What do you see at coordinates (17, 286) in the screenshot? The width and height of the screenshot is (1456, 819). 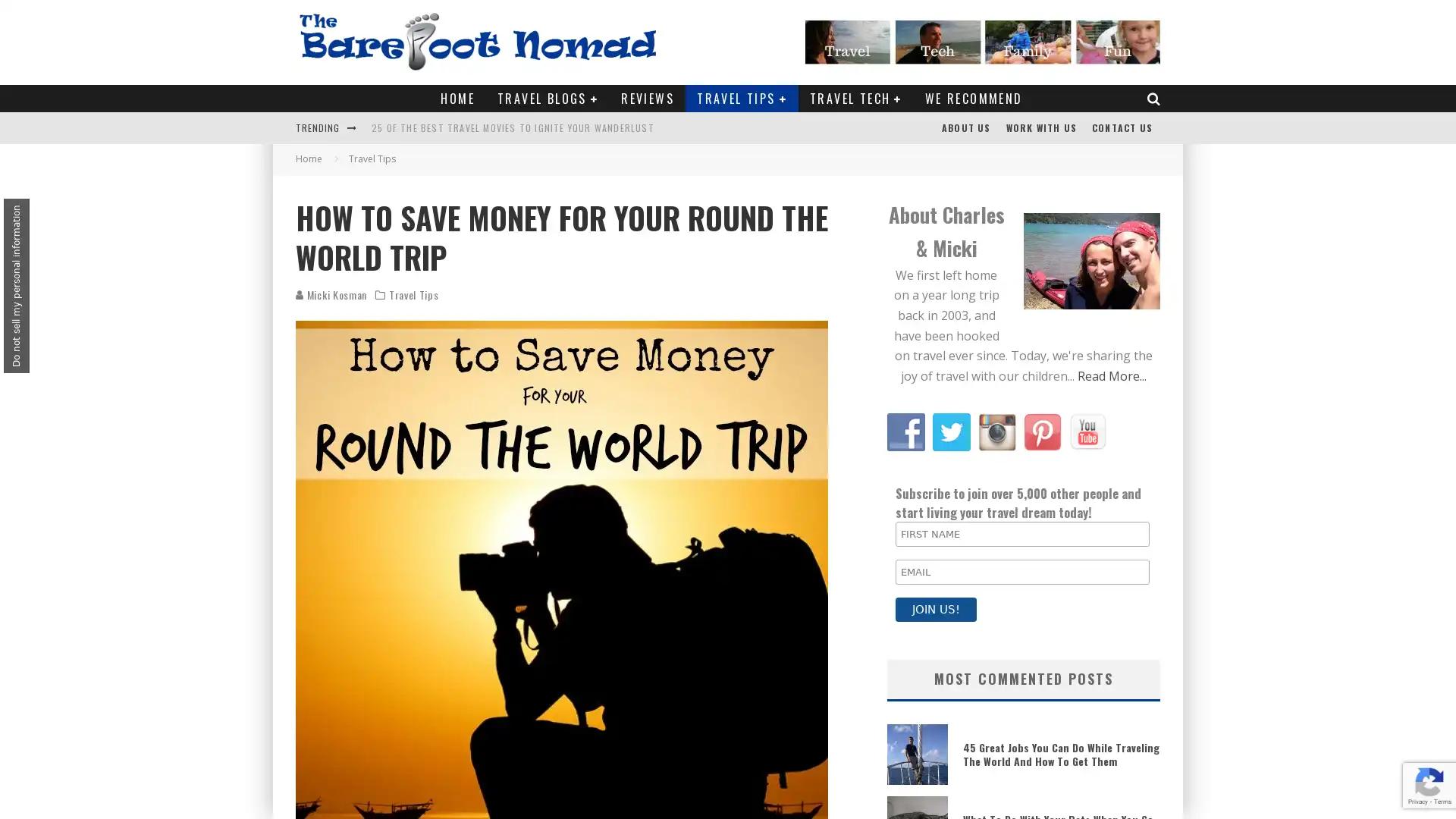 I see `Do not sell my personal information` at bounding box center [17, 286].